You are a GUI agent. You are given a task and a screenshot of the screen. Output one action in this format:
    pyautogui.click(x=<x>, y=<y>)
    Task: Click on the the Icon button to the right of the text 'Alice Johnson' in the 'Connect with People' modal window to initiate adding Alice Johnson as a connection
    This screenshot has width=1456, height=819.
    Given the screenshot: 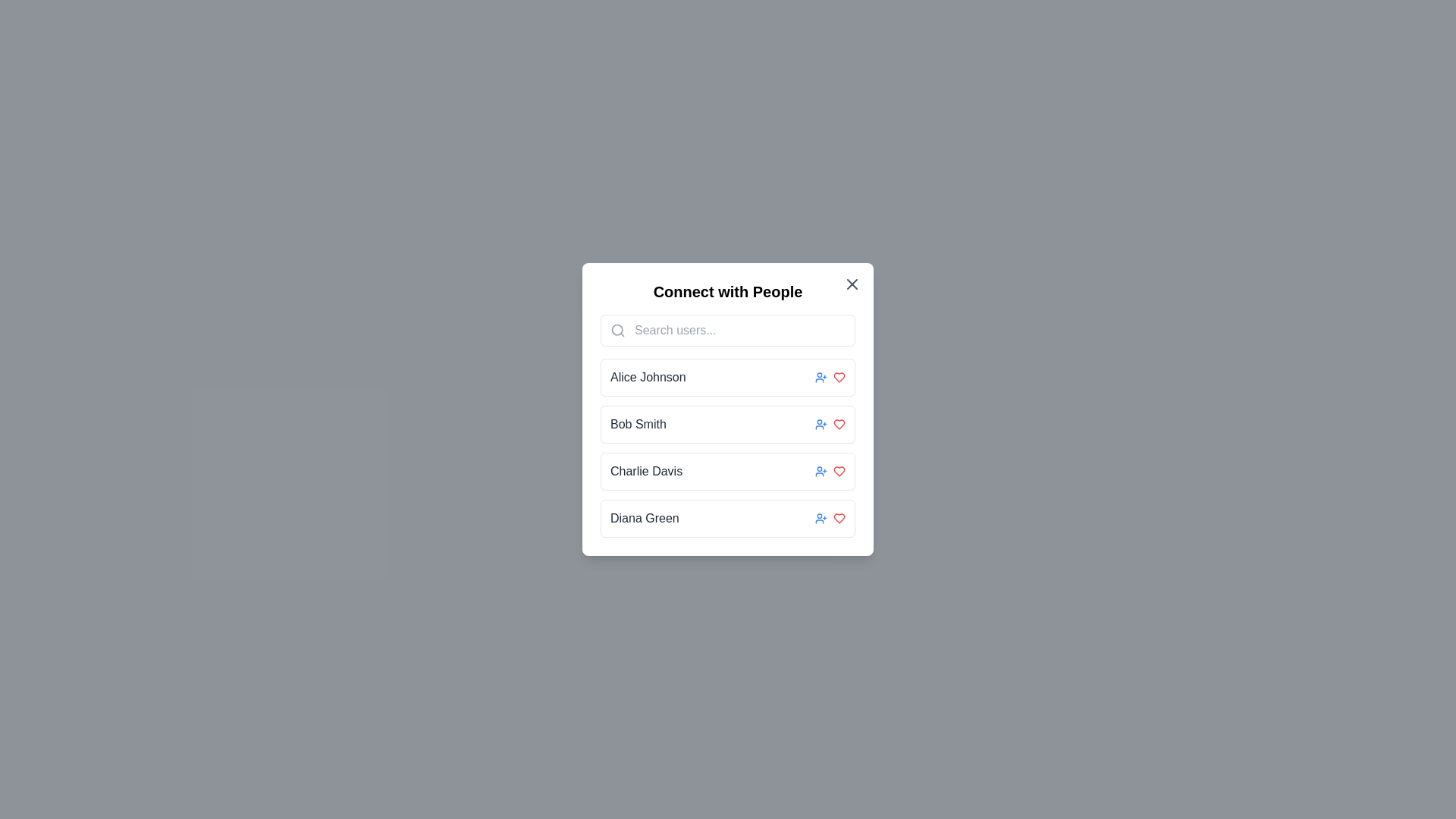 What is the action you would take?
    pyautogui.click(x=821, y=376)
    